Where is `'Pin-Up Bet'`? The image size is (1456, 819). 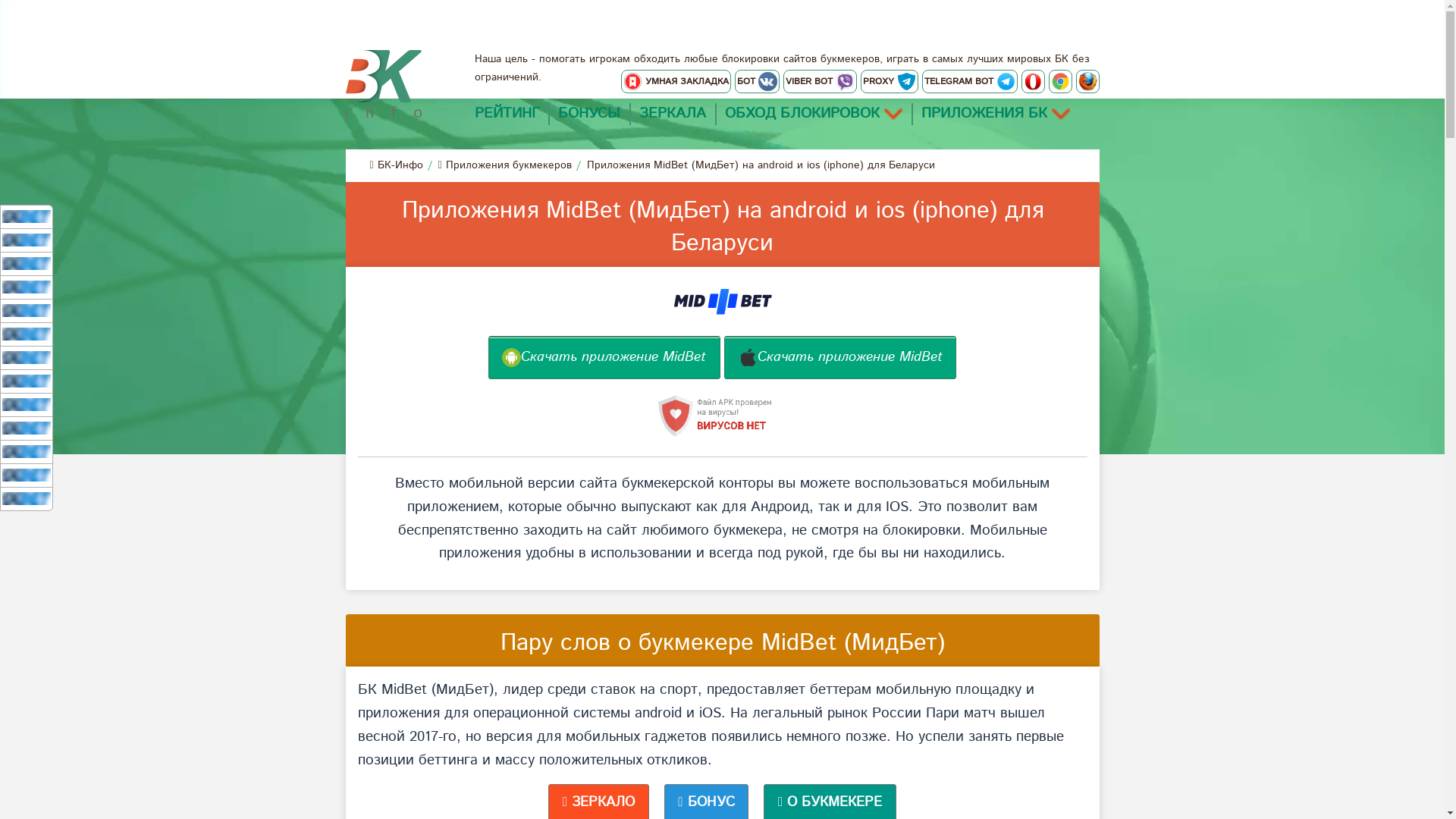 'Pin-Up Bet' is located at coordinates (26, 428).